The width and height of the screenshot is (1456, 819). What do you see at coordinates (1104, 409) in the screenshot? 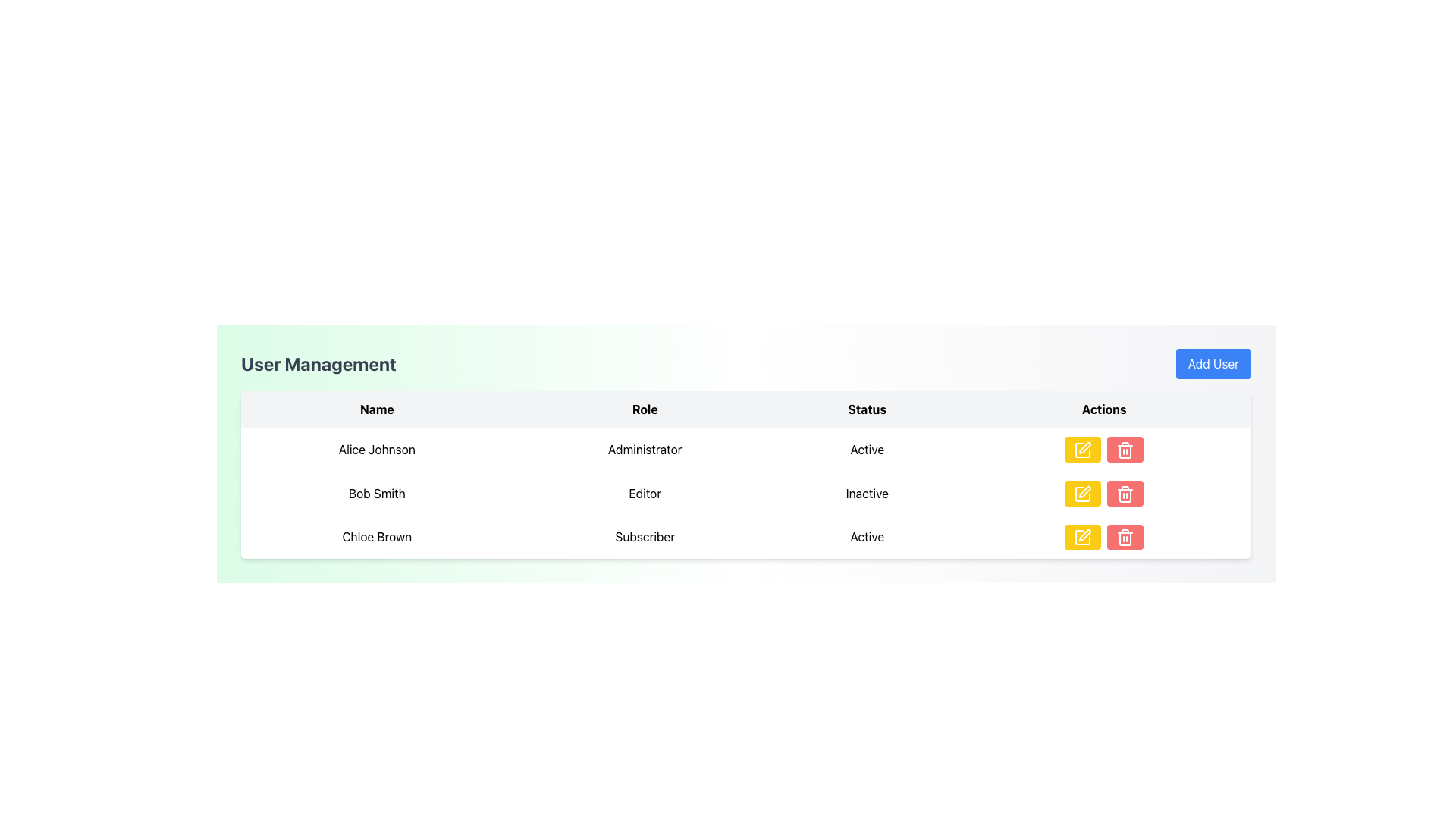
I see `the text header labeled 'Actions', which is the fourth column in a layout that includes 'Name', 'Role', 'Status', and 'Actions'` at bounding box center [1104, 409].